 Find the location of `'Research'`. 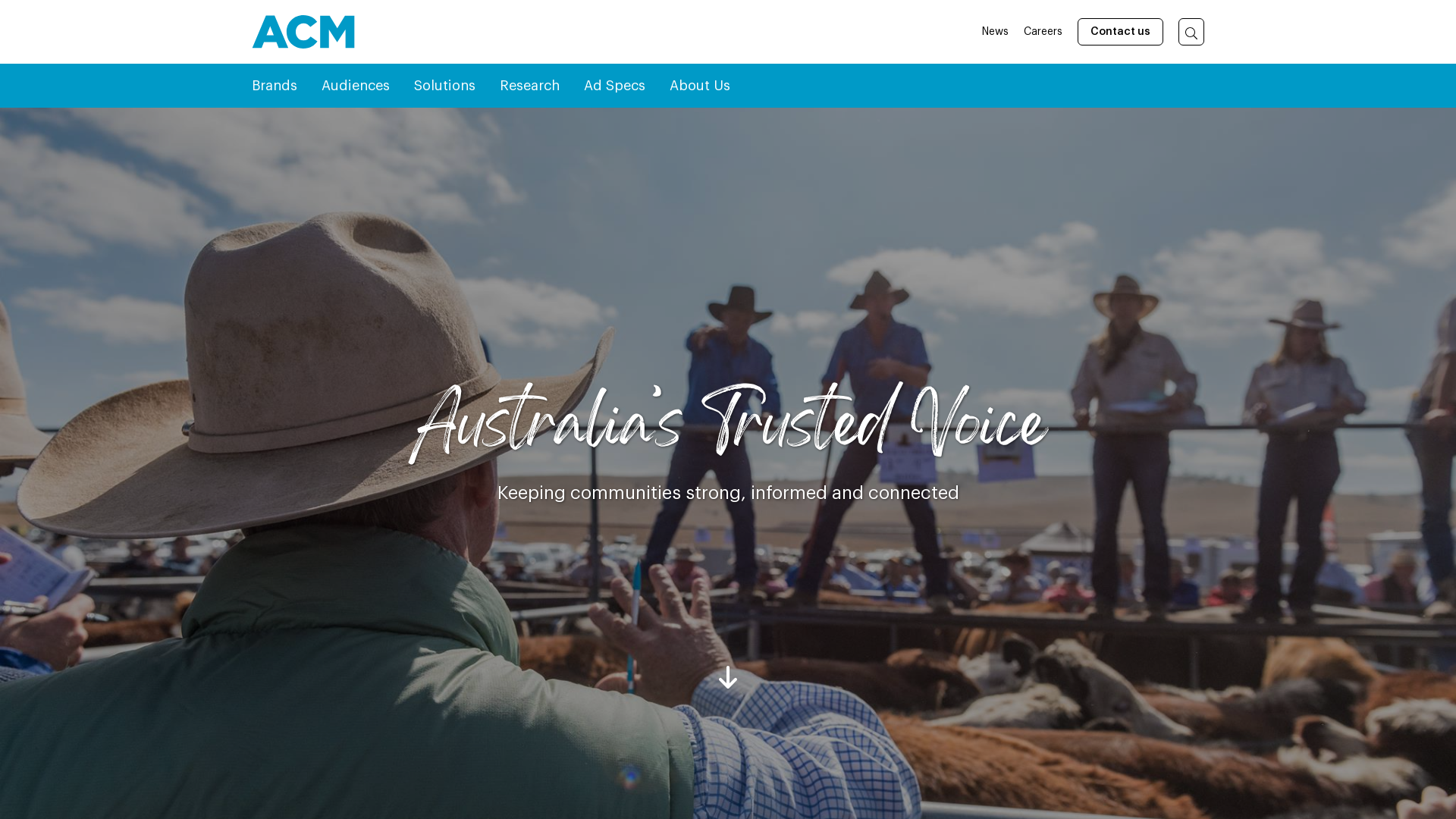

'Research' is located at coordinates (529, 85).